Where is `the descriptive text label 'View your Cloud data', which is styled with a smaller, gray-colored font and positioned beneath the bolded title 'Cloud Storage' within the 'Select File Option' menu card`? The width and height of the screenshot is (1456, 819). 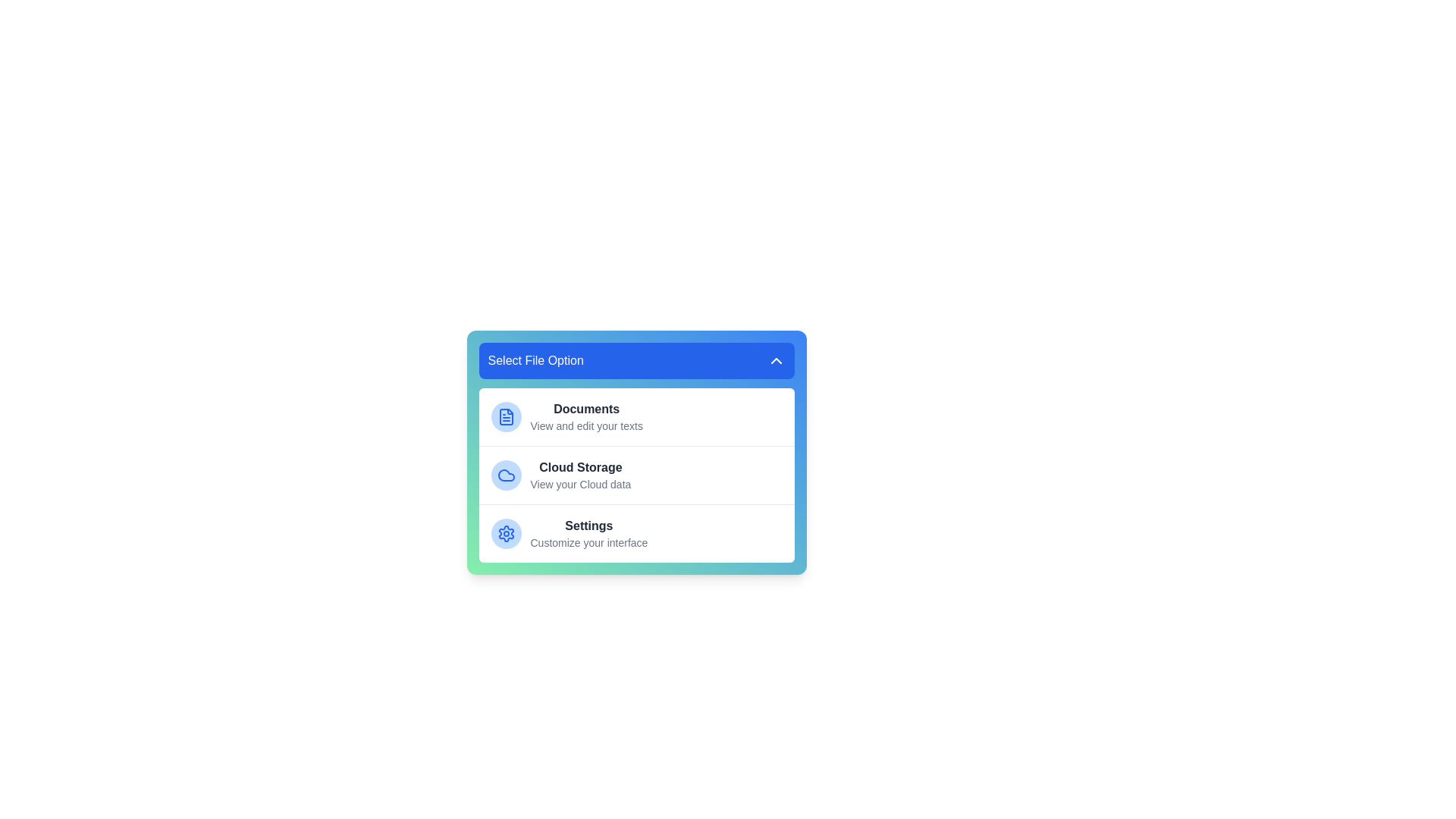
the descriptive text label 'View your Cloud data', which is styled with a smaller, gray-colored font and positioned beneath the bolded title 'Cloud Storage' within the 'Select File Option' menu card is located at coordinates (579, 485).